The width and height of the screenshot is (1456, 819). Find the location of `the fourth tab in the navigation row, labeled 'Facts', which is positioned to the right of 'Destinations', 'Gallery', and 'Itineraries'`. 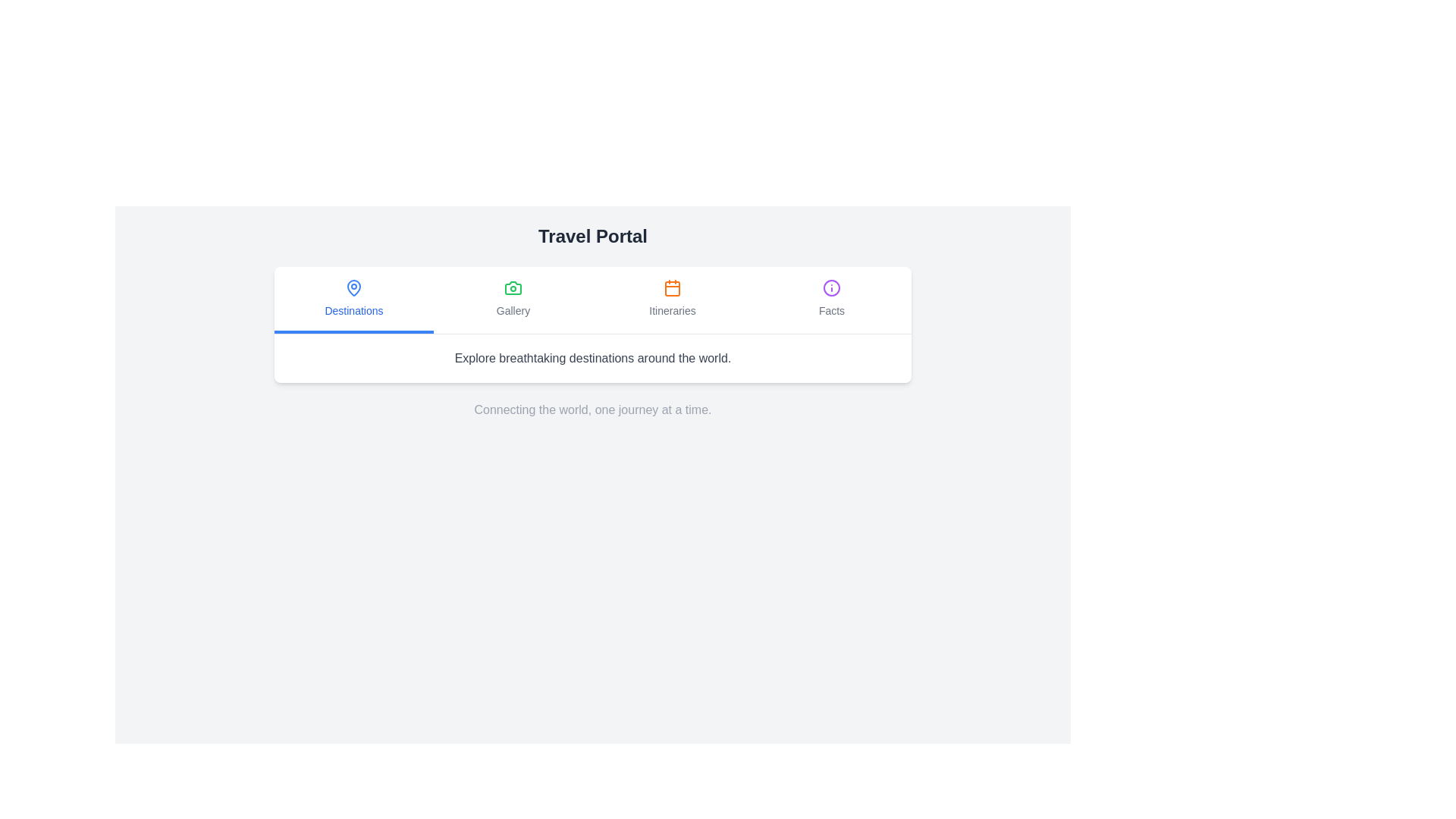

the fourth tab in the navigation row, labeled 'Facts', which is positioned to the right of 'Destinations', 'Gallery', and 'Itineraries' is located at coordinates (831, 300).